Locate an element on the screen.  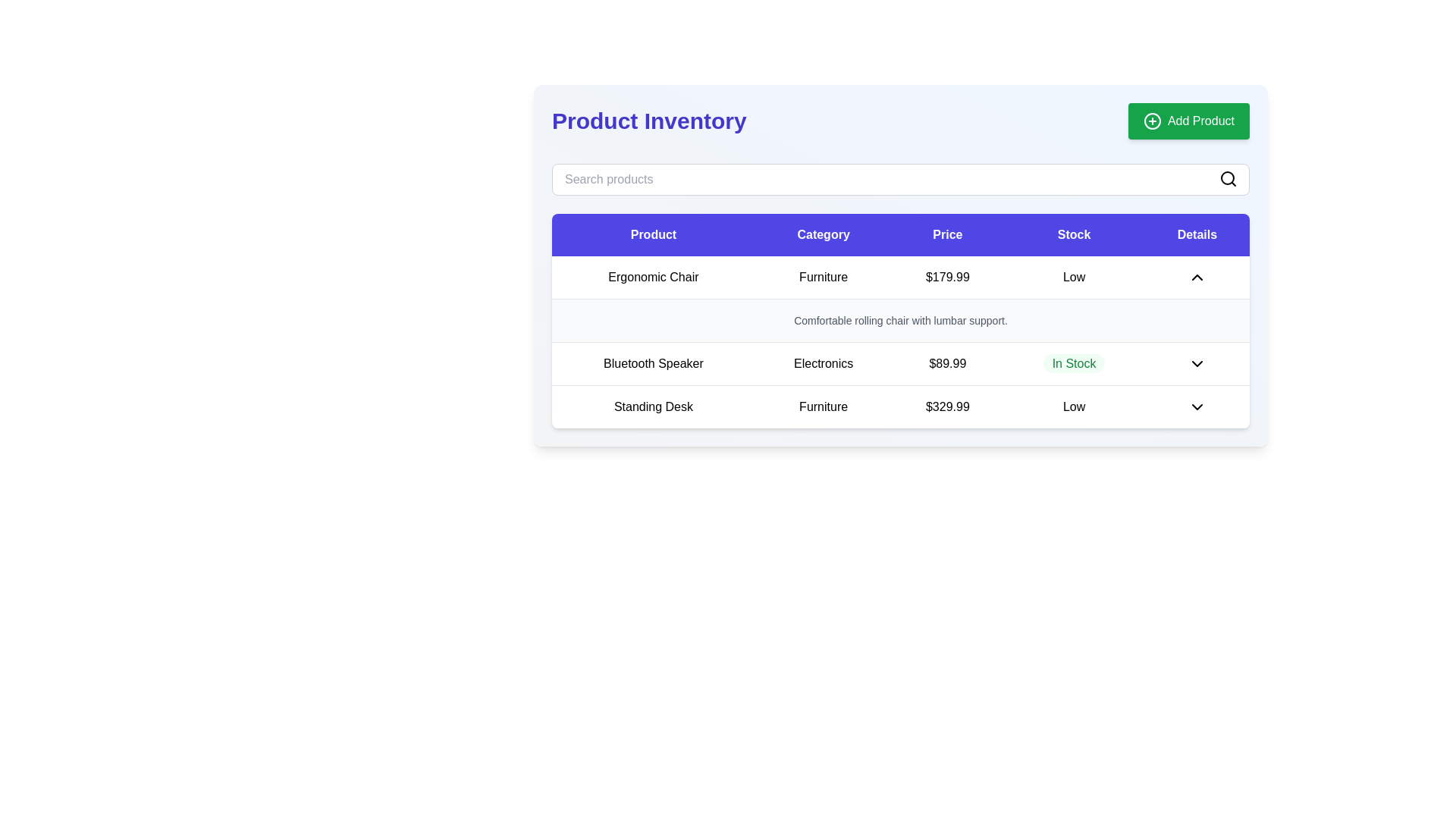
the Text Label indicating the low stock status of the 'Standing Desk' item, which is located in the last row of the table under the 'Stock' column is located at coordinates (1073, 406).